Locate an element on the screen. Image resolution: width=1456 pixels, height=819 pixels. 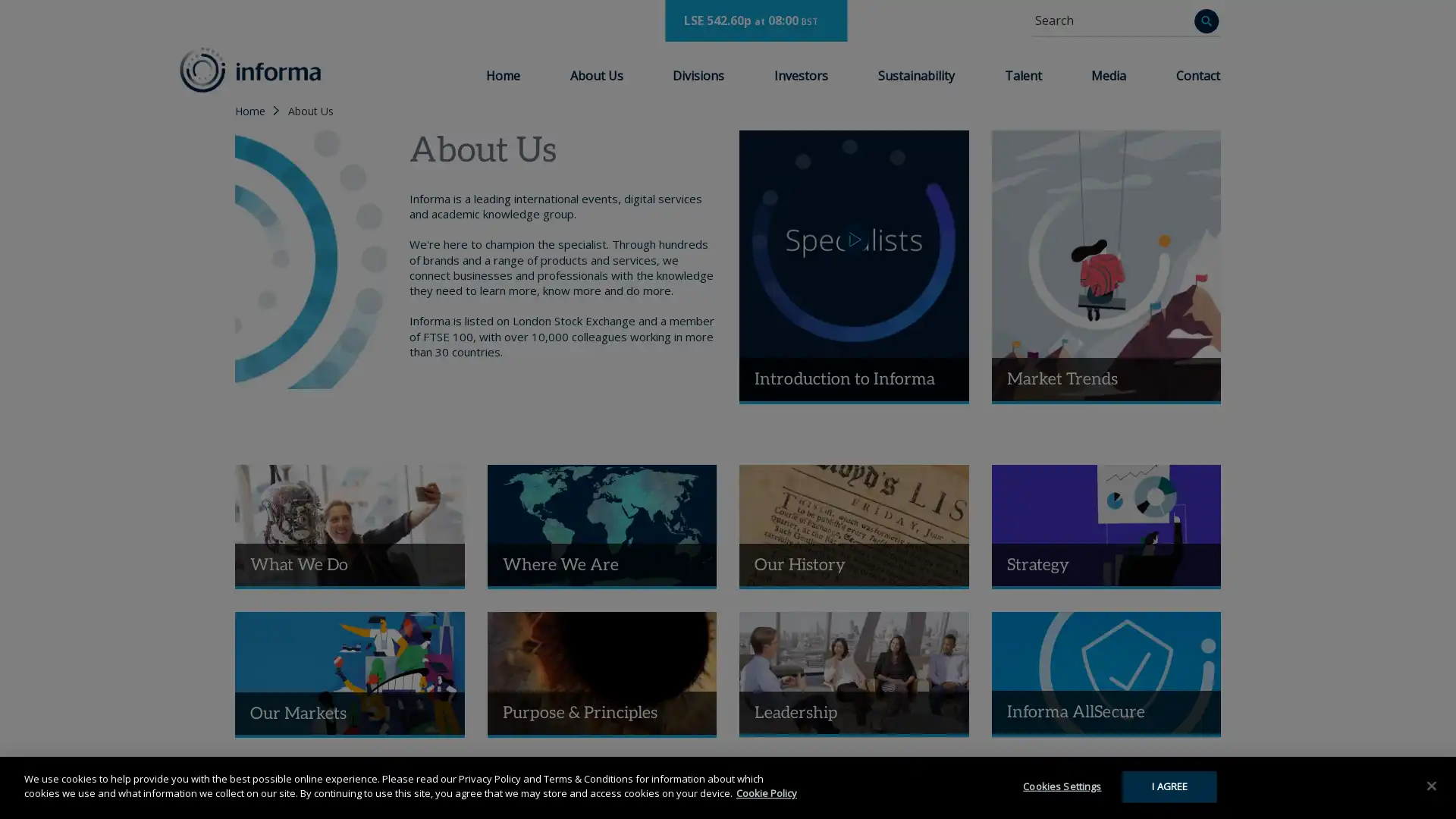
Close is located at coordinates (1430, 785).